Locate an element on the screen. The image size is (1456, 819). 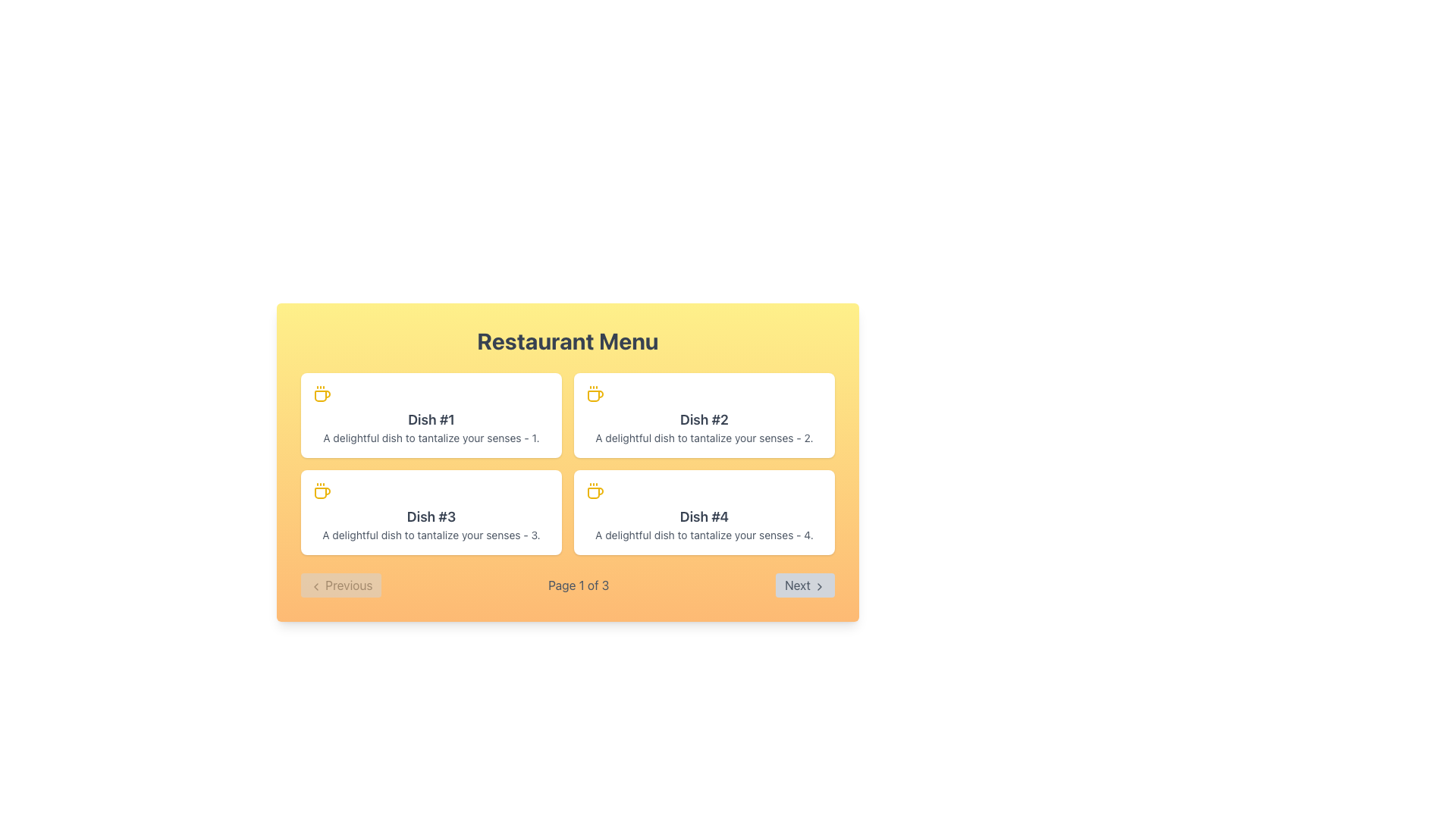
the text label displaying 'Dish #4' in bold, large gray font located in the bottom-right card of the 2x2 grid under 'Restaurant Menu' for additional details is located at coordinates (704, 516).